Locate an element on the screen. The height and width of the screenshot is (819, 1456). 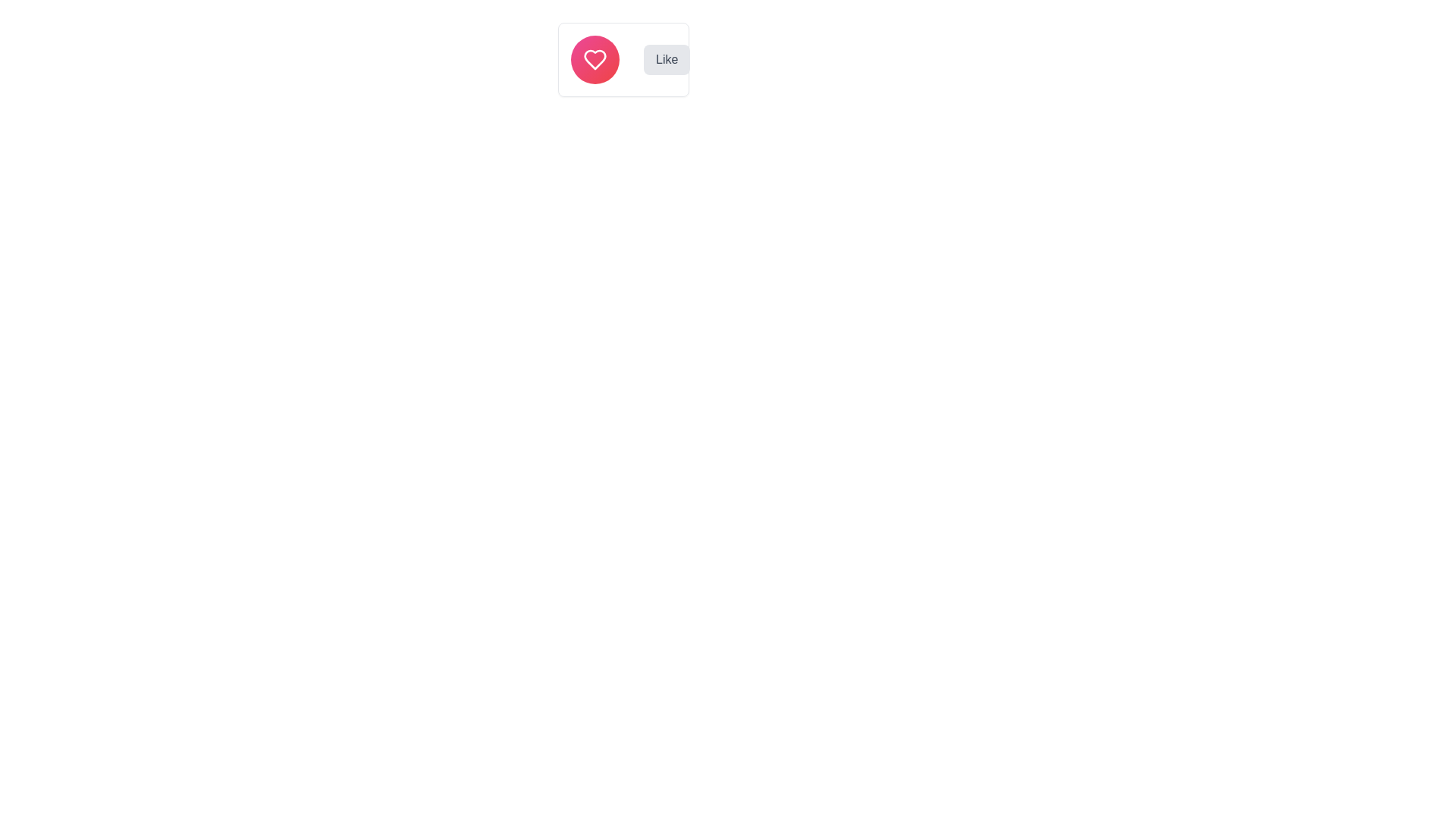
the heart icon, which symbolizes a 'like' or 'favorite' action, to observe potential interaction effects is located at coordinates (595, 58).